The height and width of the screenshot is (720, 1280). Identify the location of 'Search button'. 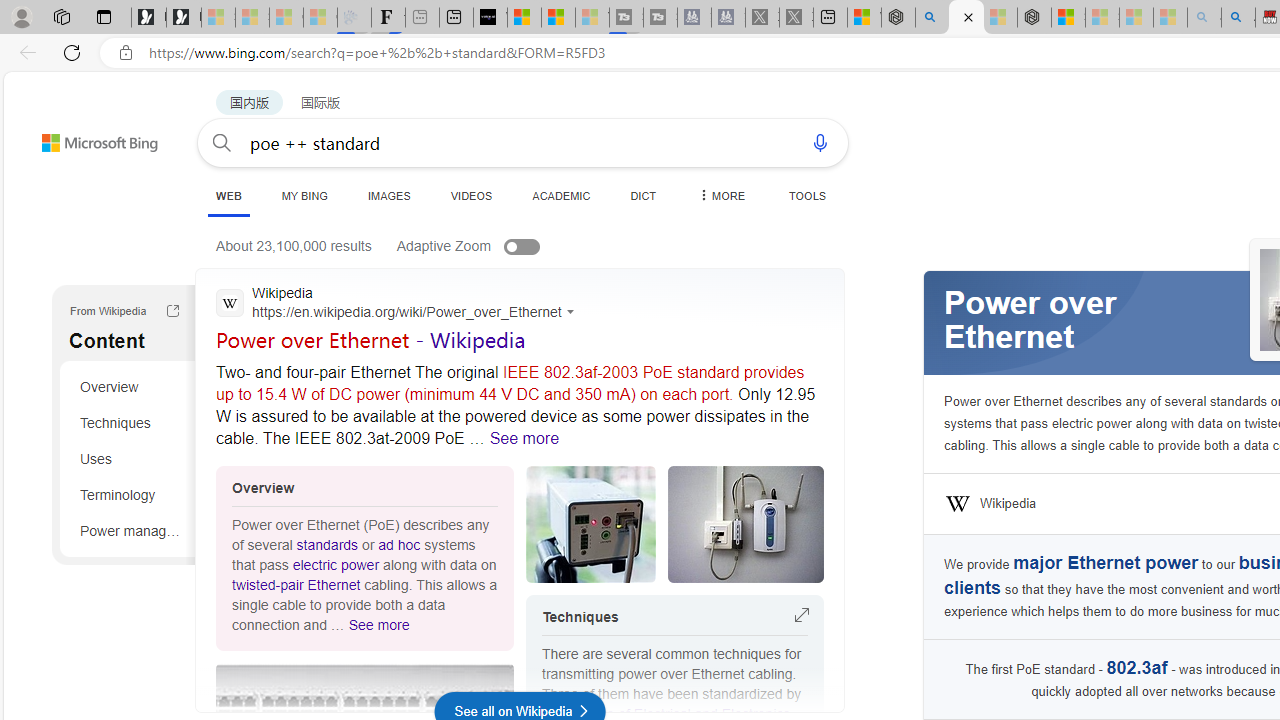
(222, 141).